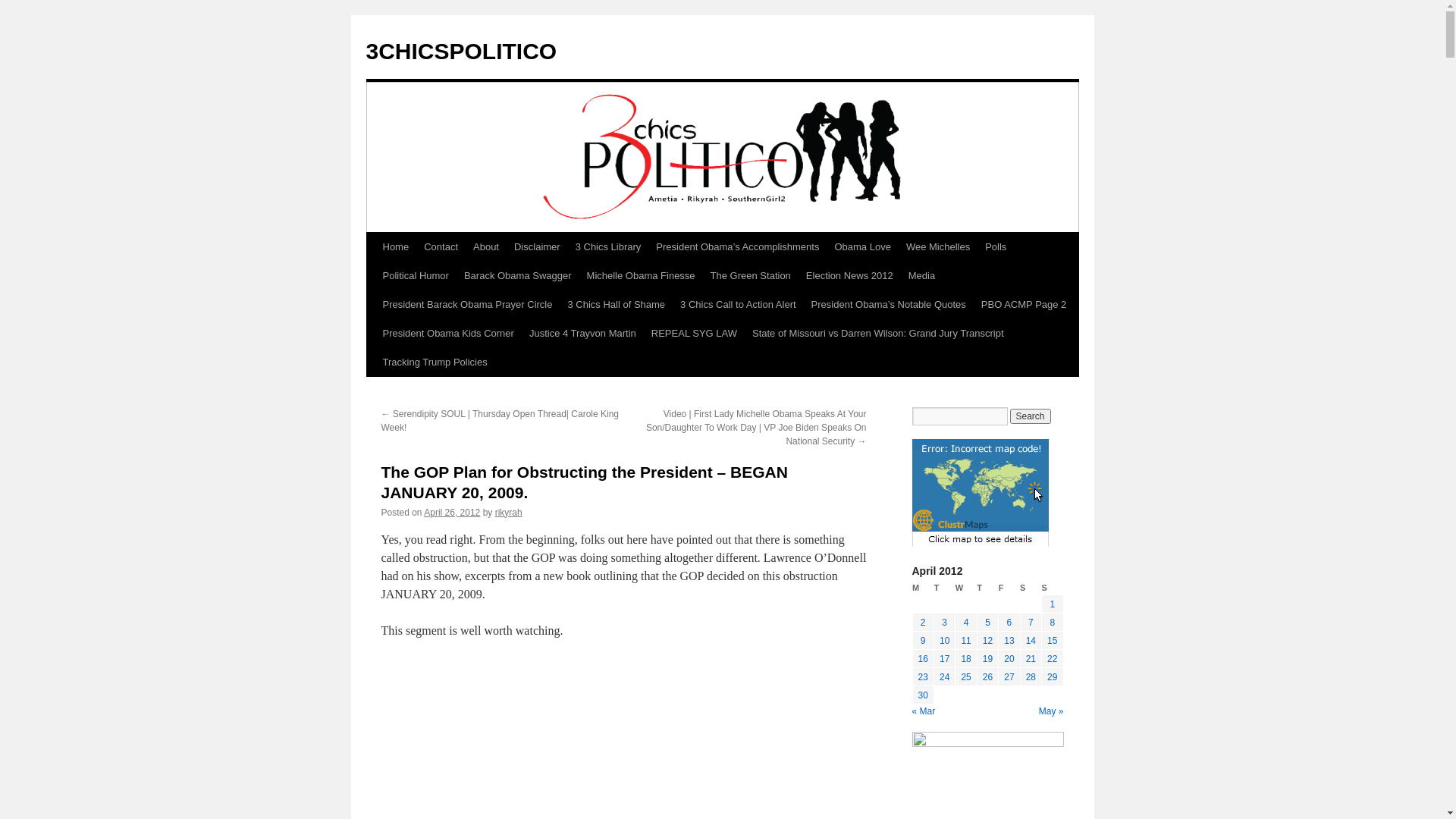  I want to click on '24', so click(938, 676).